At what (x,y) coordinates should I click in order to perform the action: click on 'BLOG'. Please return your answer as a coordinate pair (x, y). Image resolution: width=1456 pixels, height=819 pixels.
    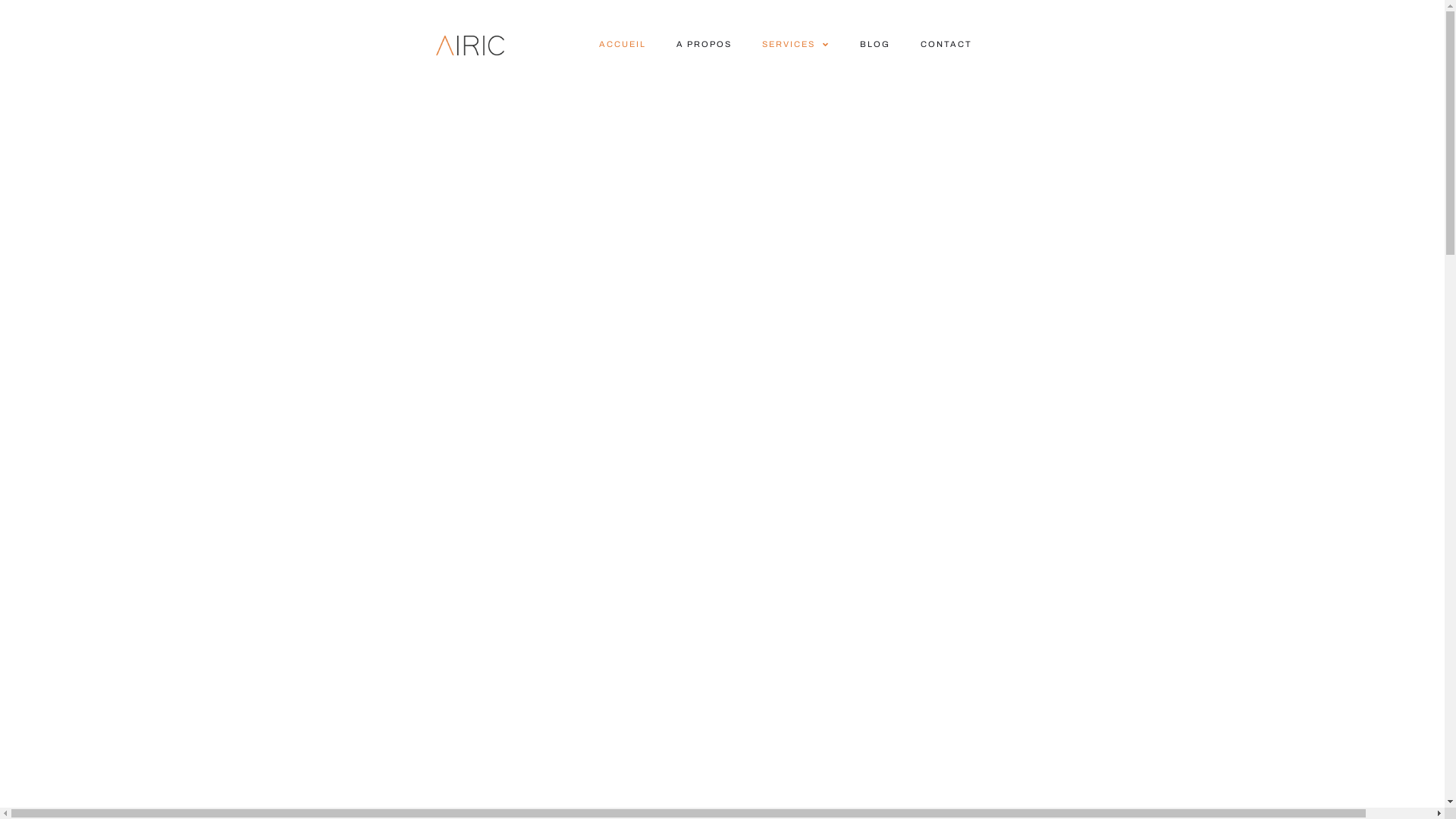
    Looking at the image, I should click on (874, 43).